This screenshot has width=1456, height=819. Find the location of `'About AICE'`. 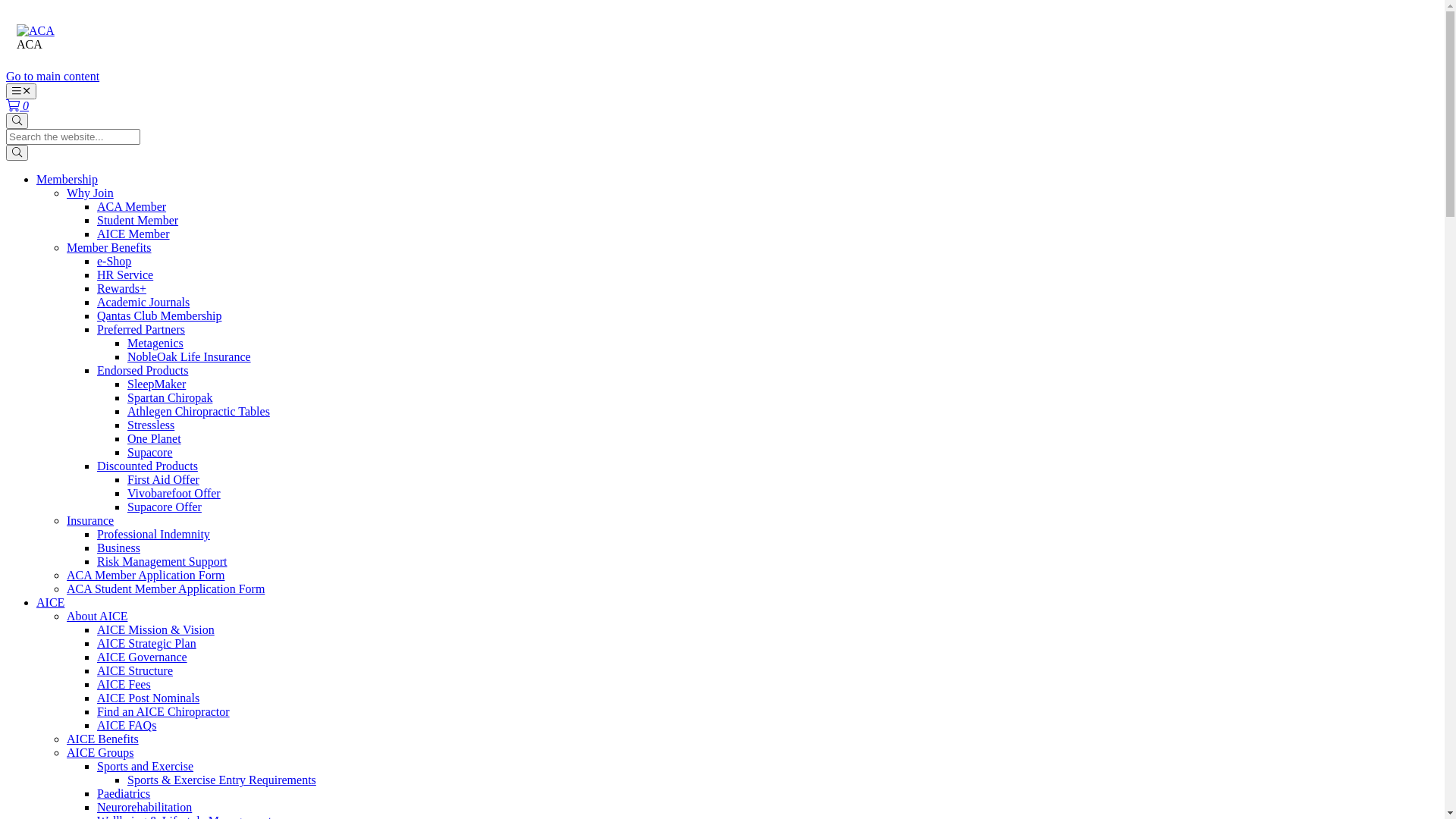

'About AICE' is located at coordinates (96, 616).